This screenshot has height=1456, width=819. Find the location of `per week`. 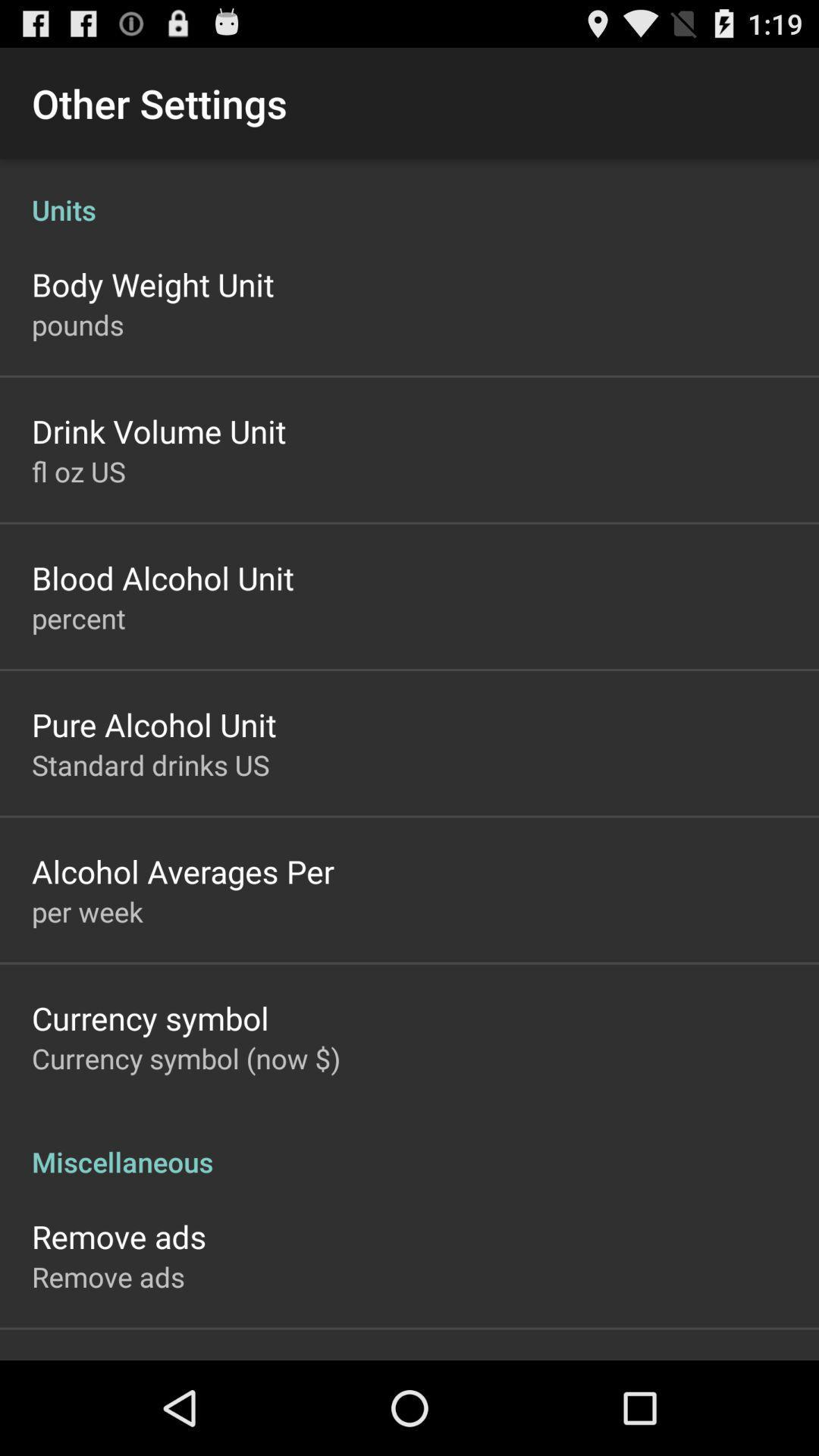

per week is located at coordinates (87, 911).